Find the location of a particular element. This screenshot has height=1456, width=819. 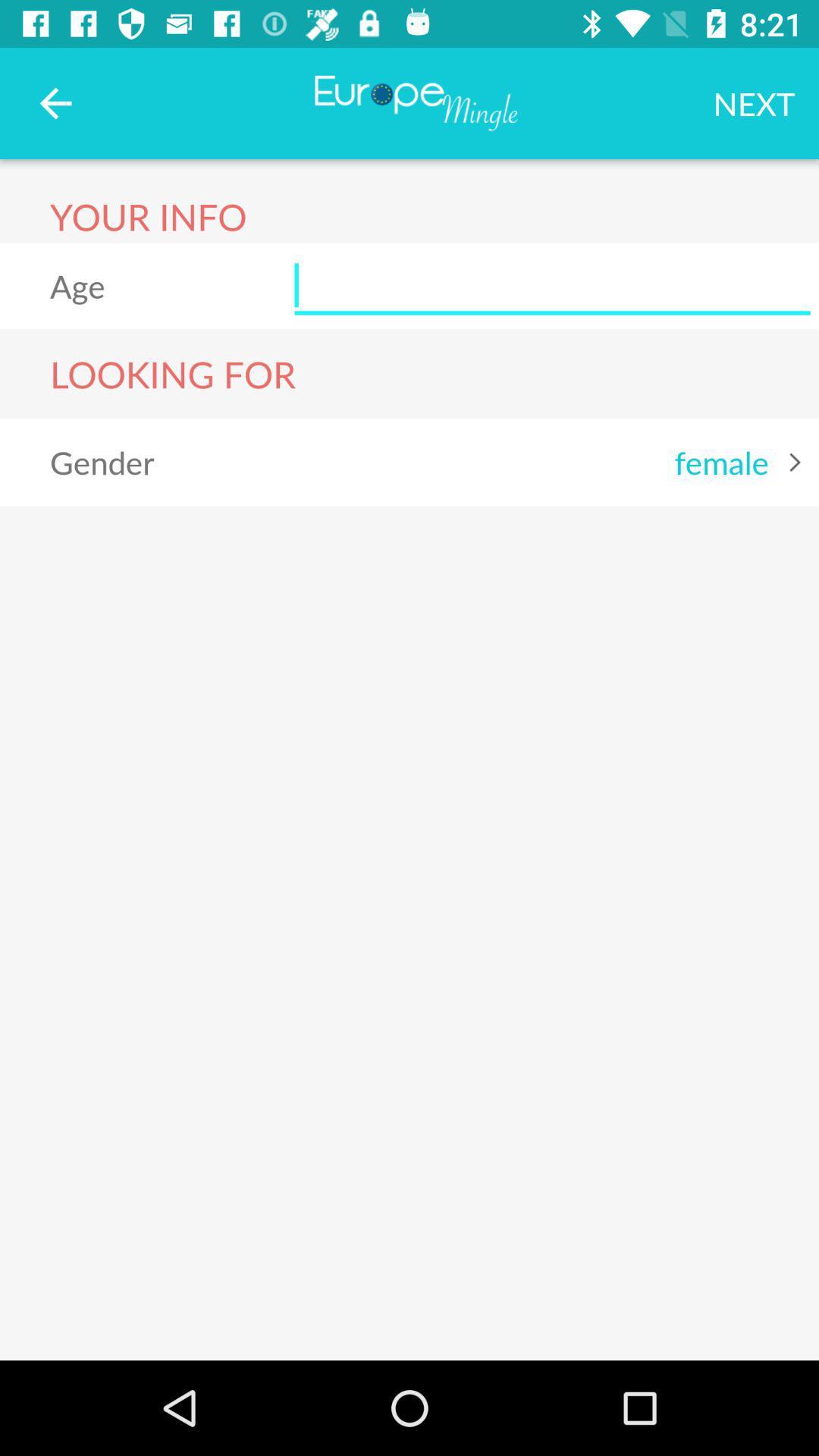

the next is located at coordinates (754, 102).